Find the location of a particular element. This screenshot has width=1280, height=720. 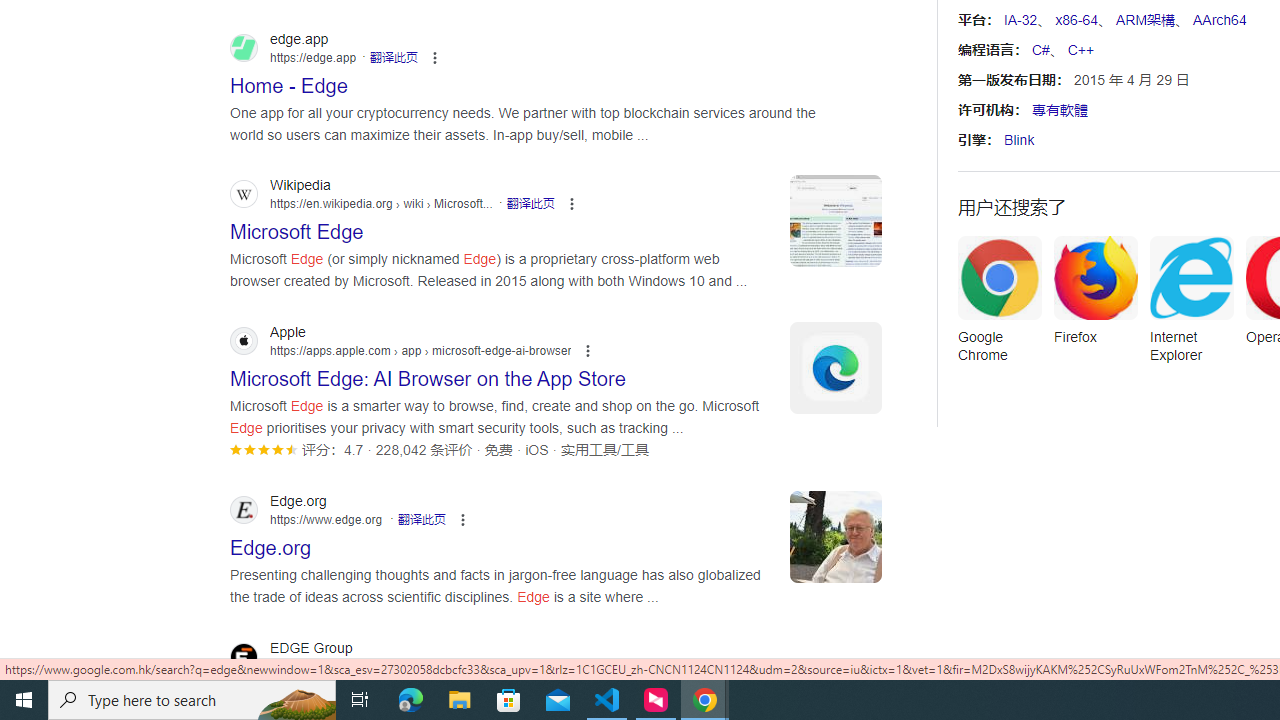

'Google Chrome' is located at coordinates (999, 306).